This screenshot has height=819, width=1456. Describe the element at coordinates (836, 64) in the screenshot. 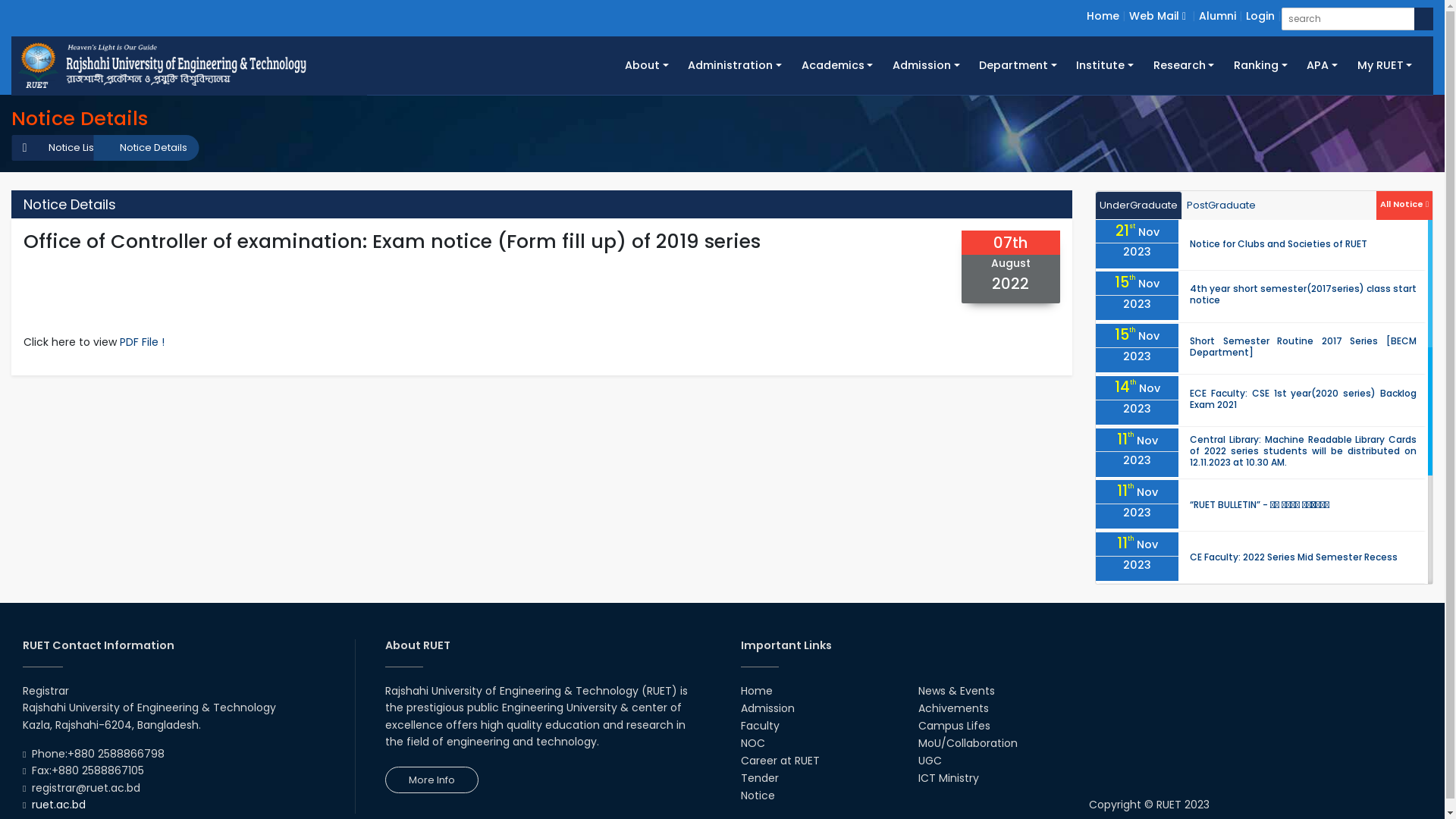

I see `'Academics'` at that location.